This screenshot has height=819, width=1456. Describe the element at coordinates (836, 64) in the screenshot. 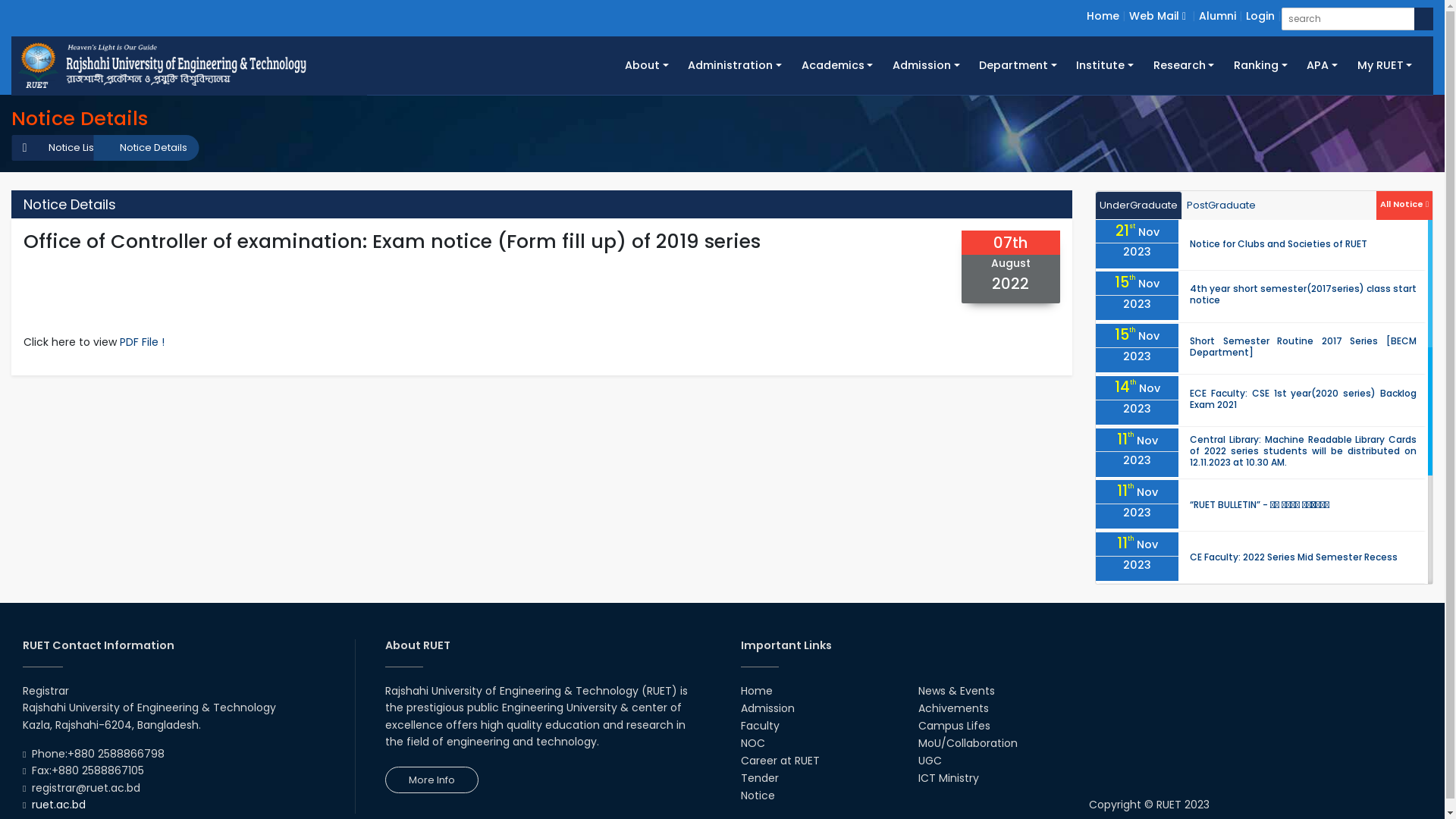

I see `'Academics'` at that location.